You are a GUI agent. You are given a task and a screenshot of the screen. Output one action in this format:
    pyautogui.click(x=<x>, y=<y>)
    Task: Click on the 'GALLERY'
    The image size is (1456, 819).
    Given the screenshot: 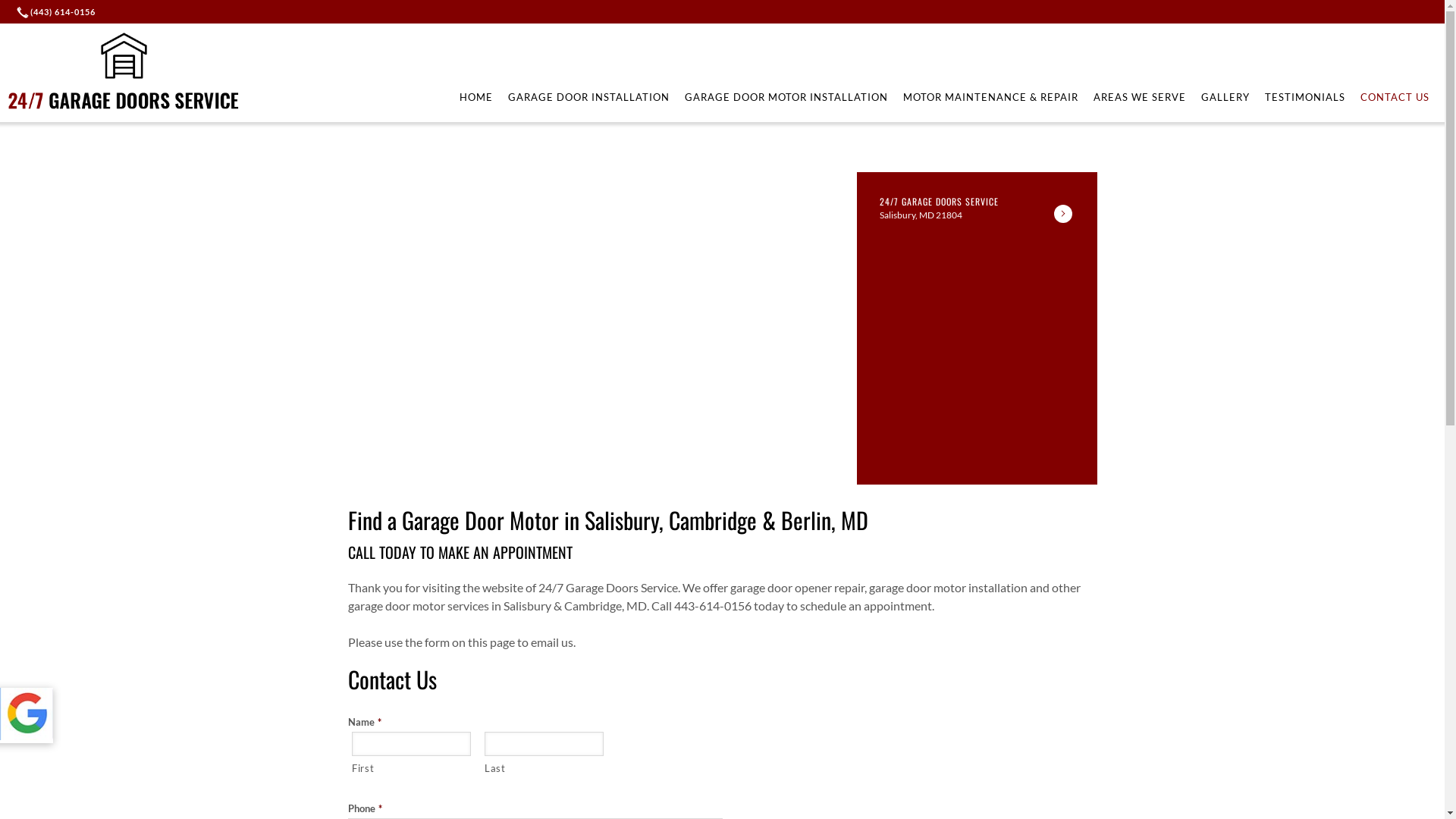 What is the action you would take?
    pyautogui.click(x=1225, y=96)
    